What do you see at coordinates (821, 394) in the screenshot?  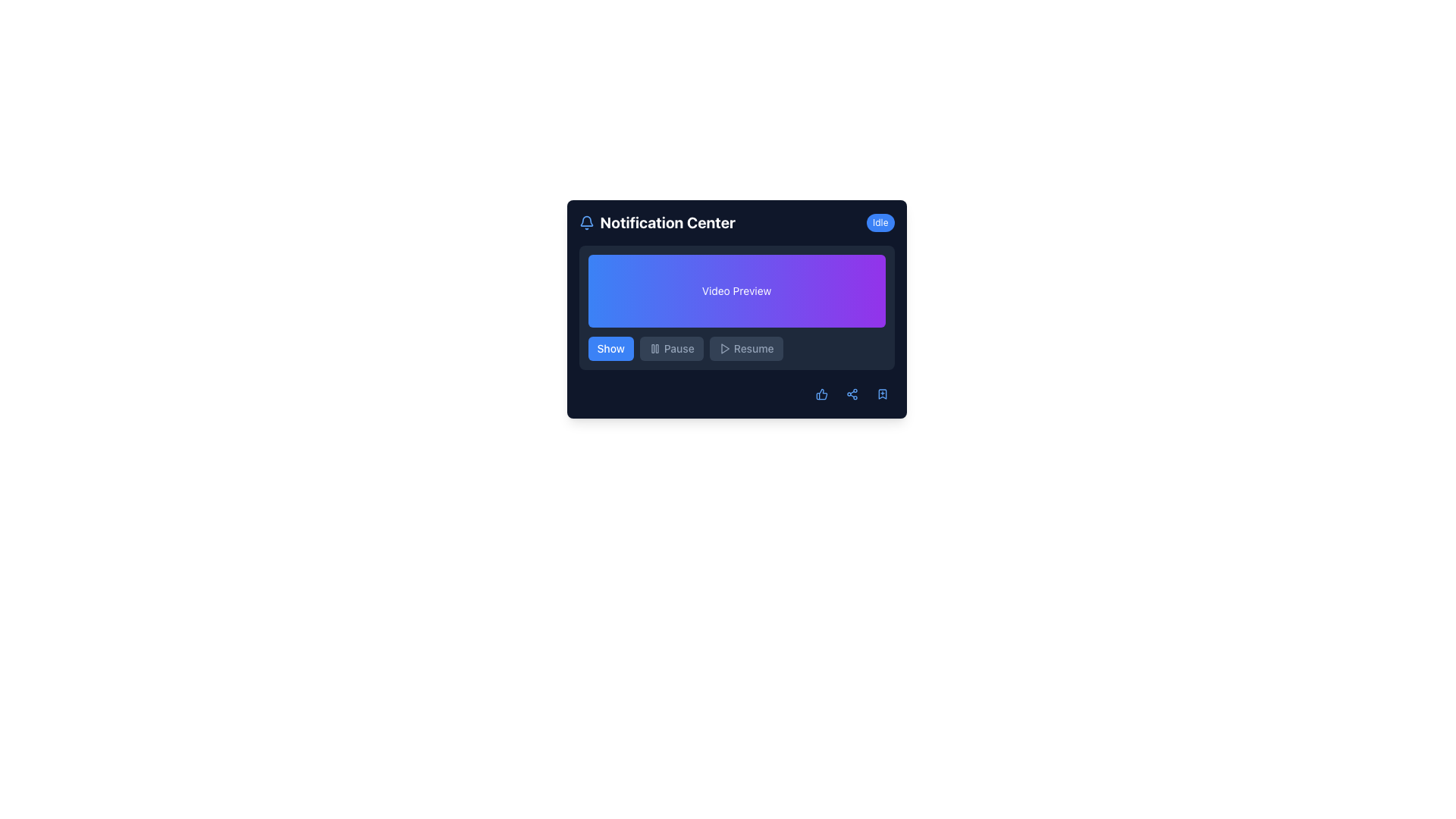 I see `the thumbs-up icon located in the notification area near the bottom-right corner of the notification card` at bounding box center [821, 394].